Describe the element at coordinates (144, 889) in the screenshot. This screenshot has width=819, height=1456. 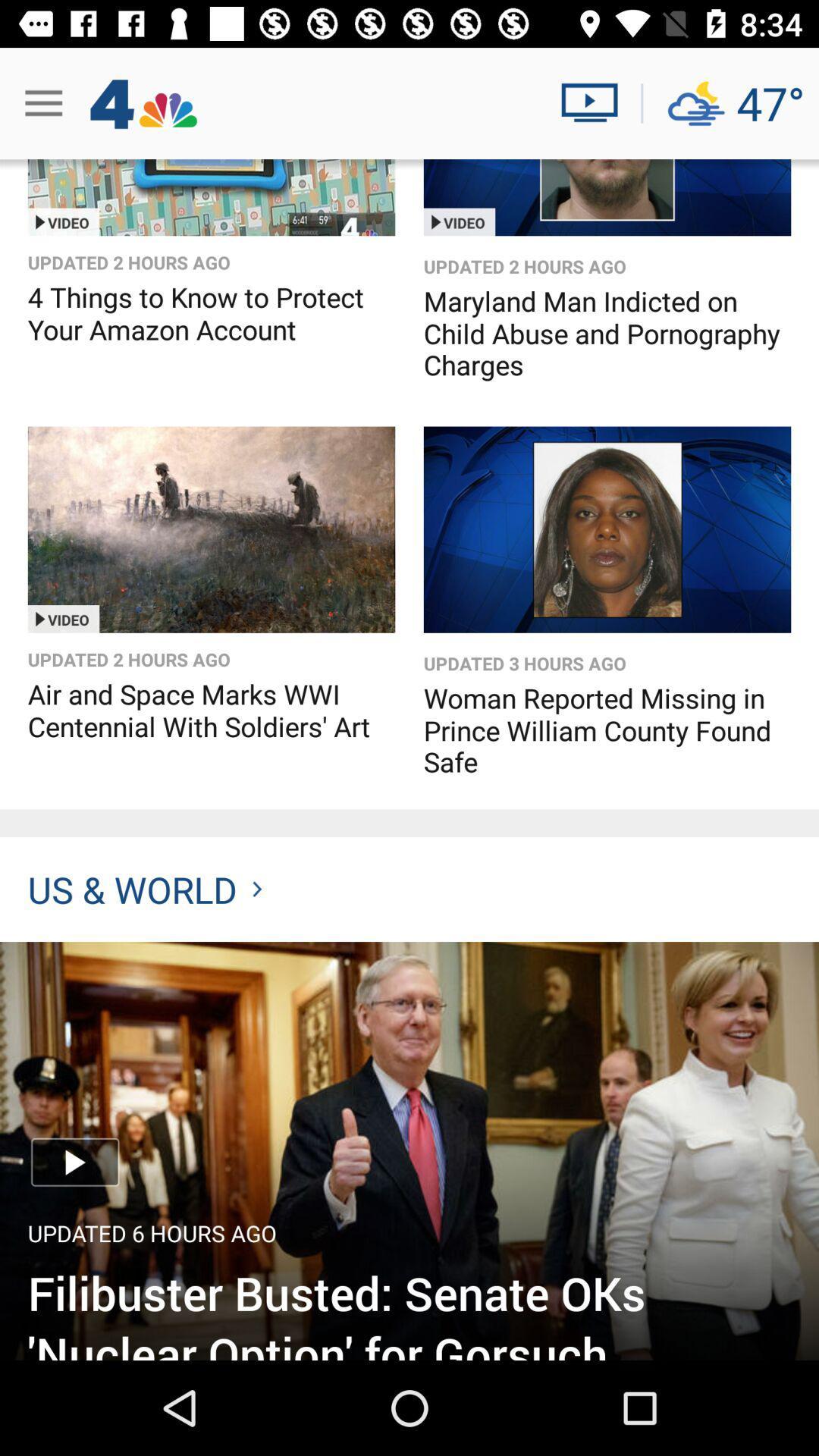
I see `us & world item` at that location.